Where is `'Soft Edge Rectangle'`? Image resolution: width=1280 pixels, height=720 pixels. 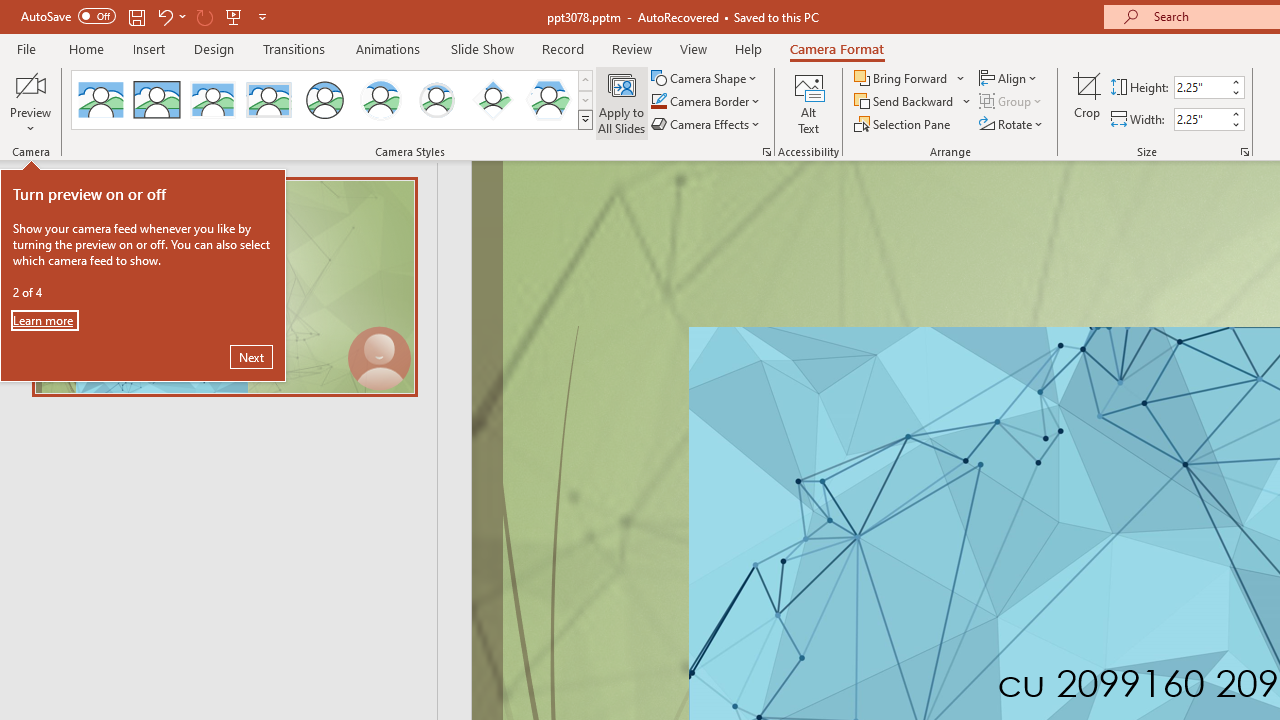
'Soft Edge Rectangle' is located at coordinates (267, 100).